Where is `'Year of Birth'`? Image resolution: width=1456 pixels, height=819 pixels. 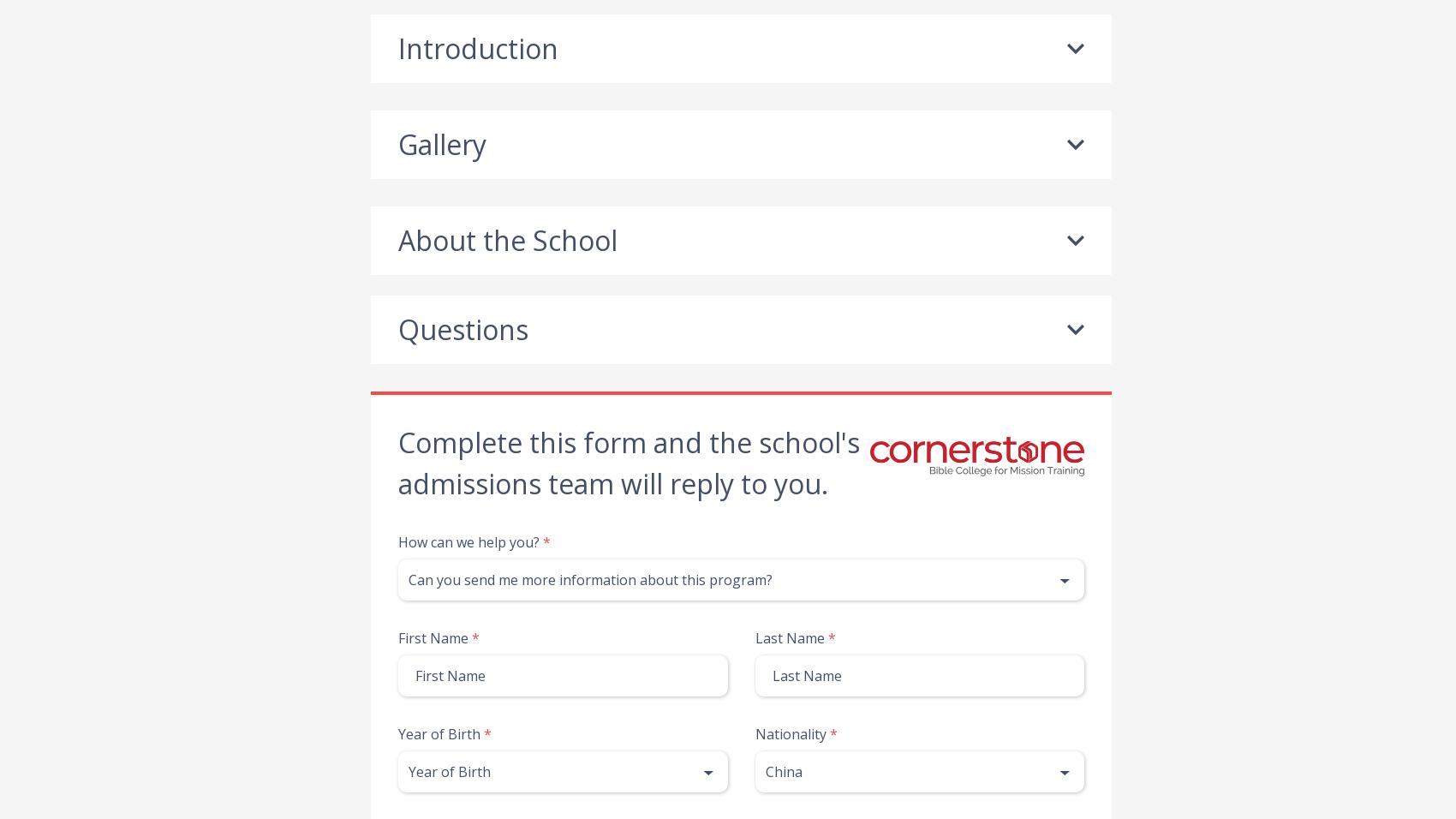
'Year of Birth' is located at coordinates (439, 733).